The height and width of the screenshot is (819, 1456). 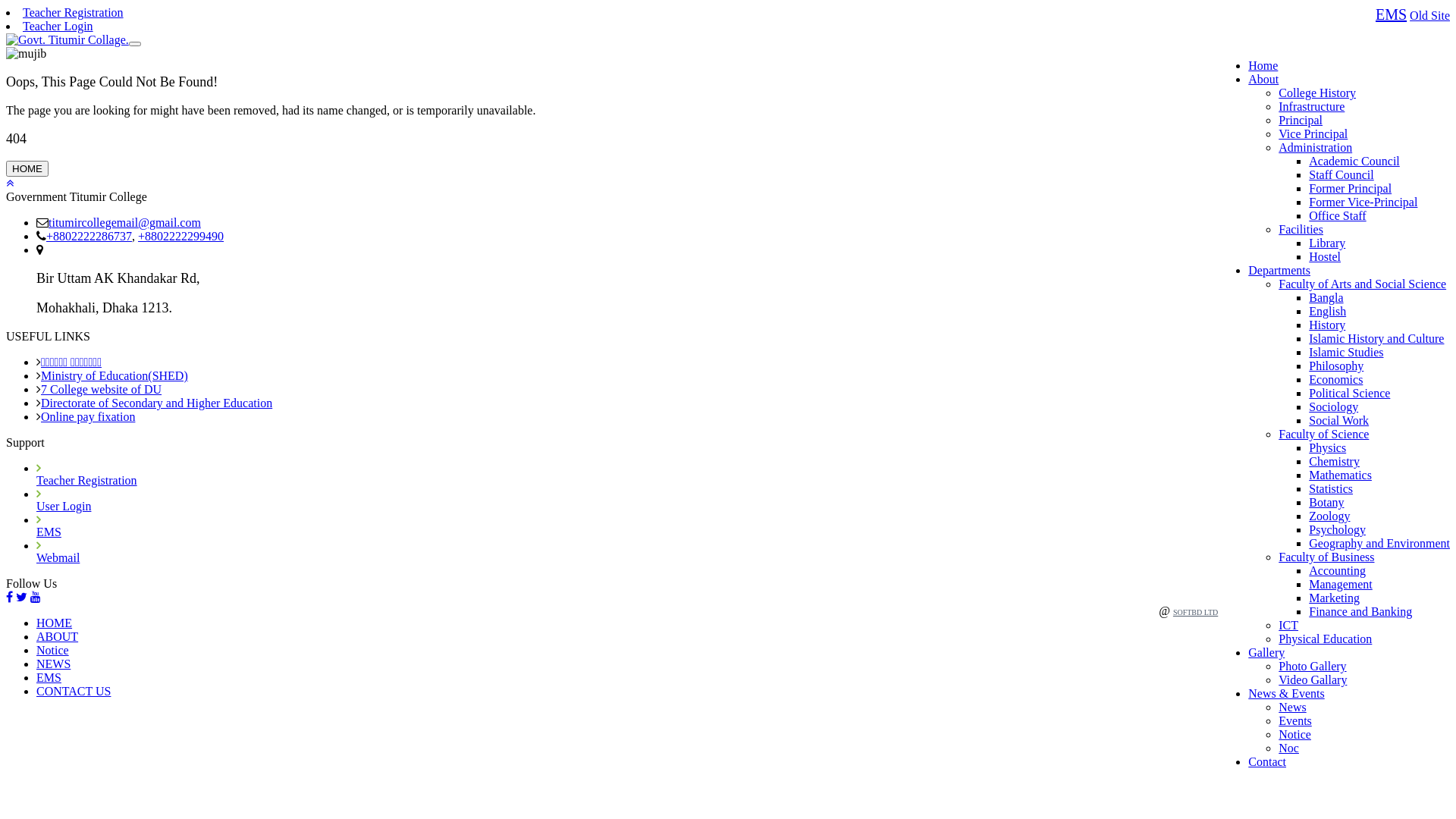 I want to click on 'Psychology', so click(x=1337, y=529).